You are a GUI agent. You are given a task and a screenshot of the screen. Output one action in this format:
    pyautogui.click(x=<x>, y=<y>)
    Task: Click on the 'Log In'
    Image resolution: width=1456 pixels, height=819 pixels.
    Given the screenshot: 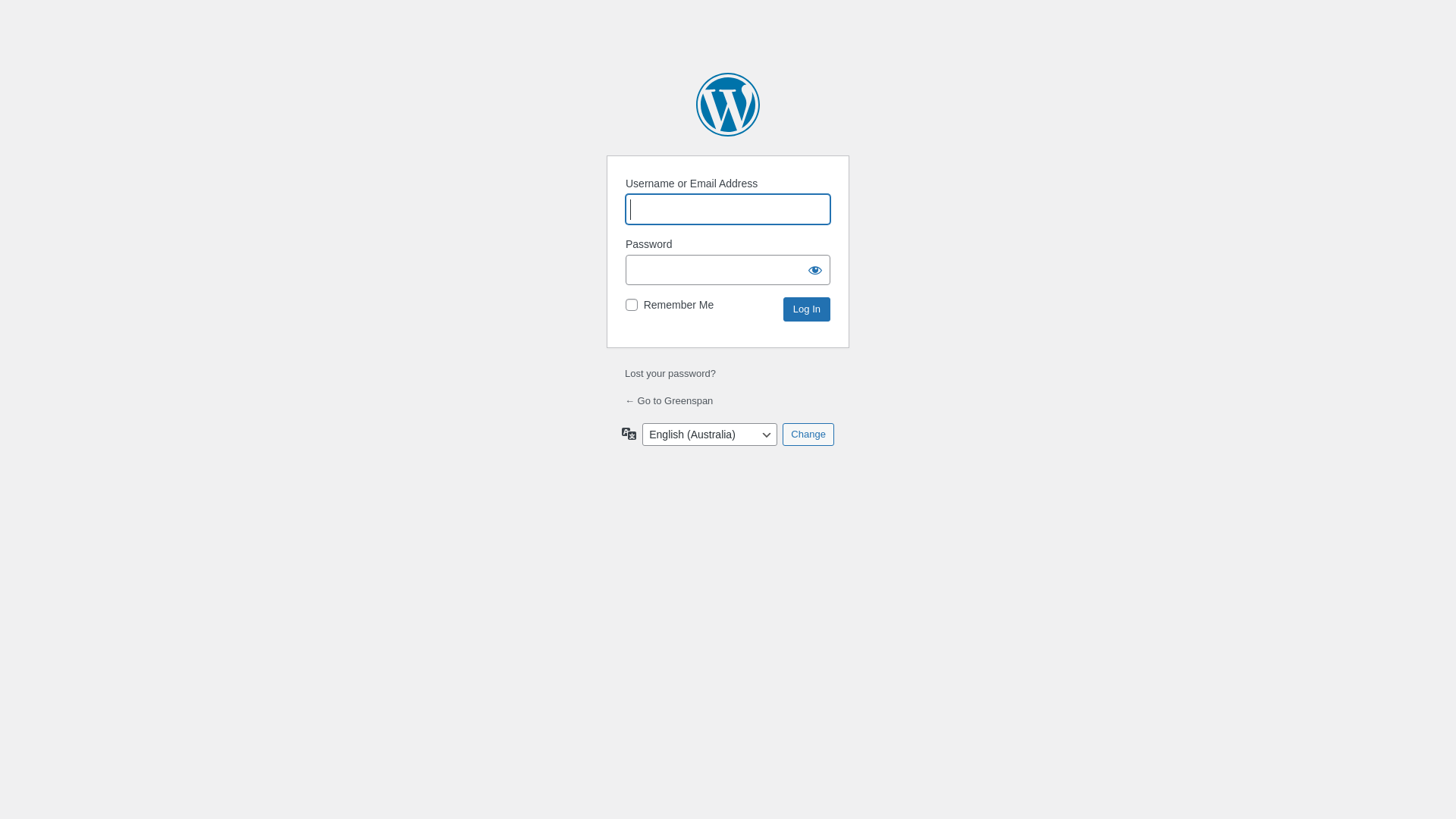 What is the action you would take?
    pyautogui.click(x=806, y=309)
    